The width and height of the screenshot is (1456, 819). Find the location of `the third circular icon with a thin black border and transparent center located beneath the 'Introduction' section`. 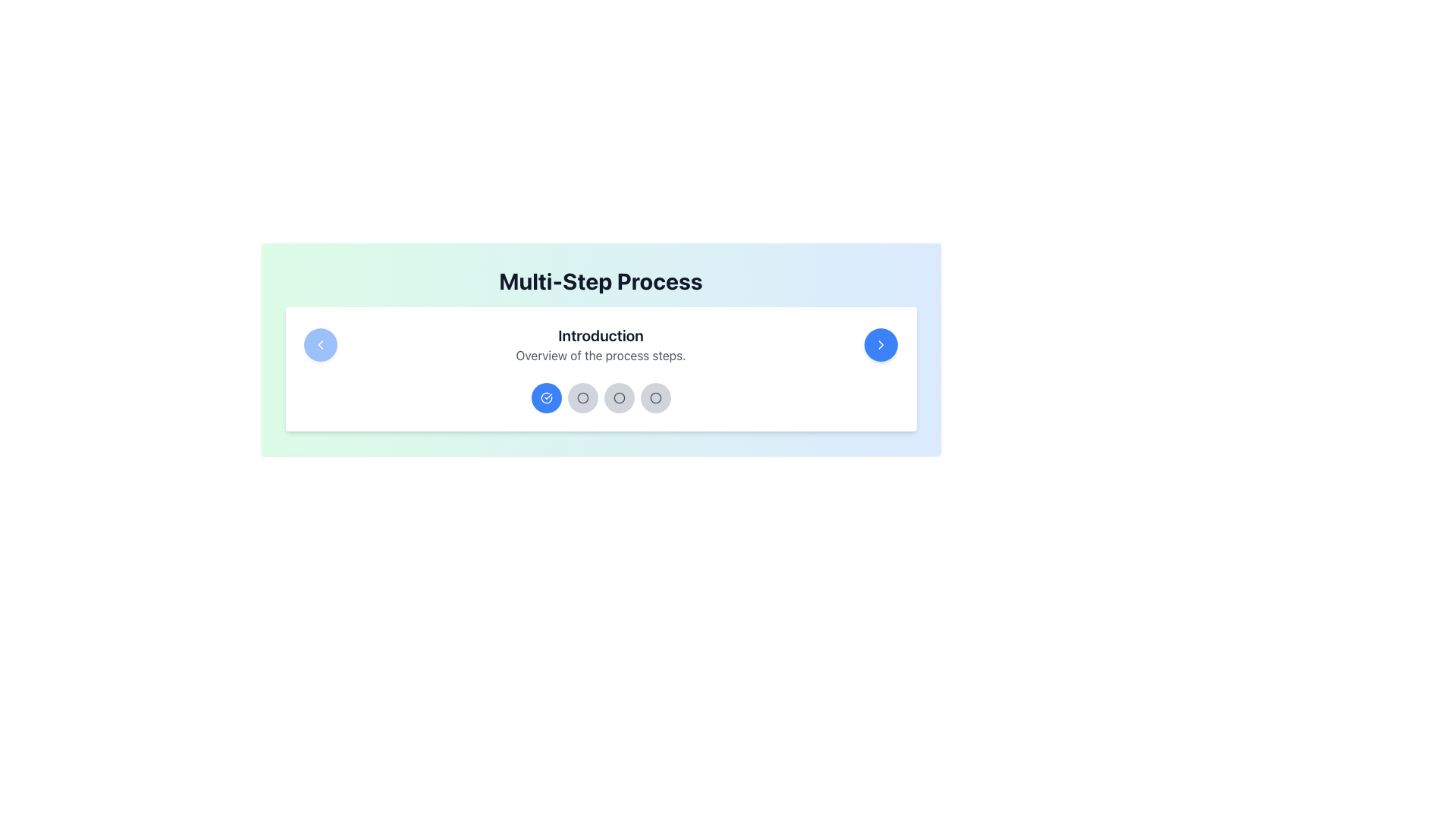

the third circular icon with a thin black border and transparent center located beneath the 'Introduction' section is located at coordinates (655, 397).